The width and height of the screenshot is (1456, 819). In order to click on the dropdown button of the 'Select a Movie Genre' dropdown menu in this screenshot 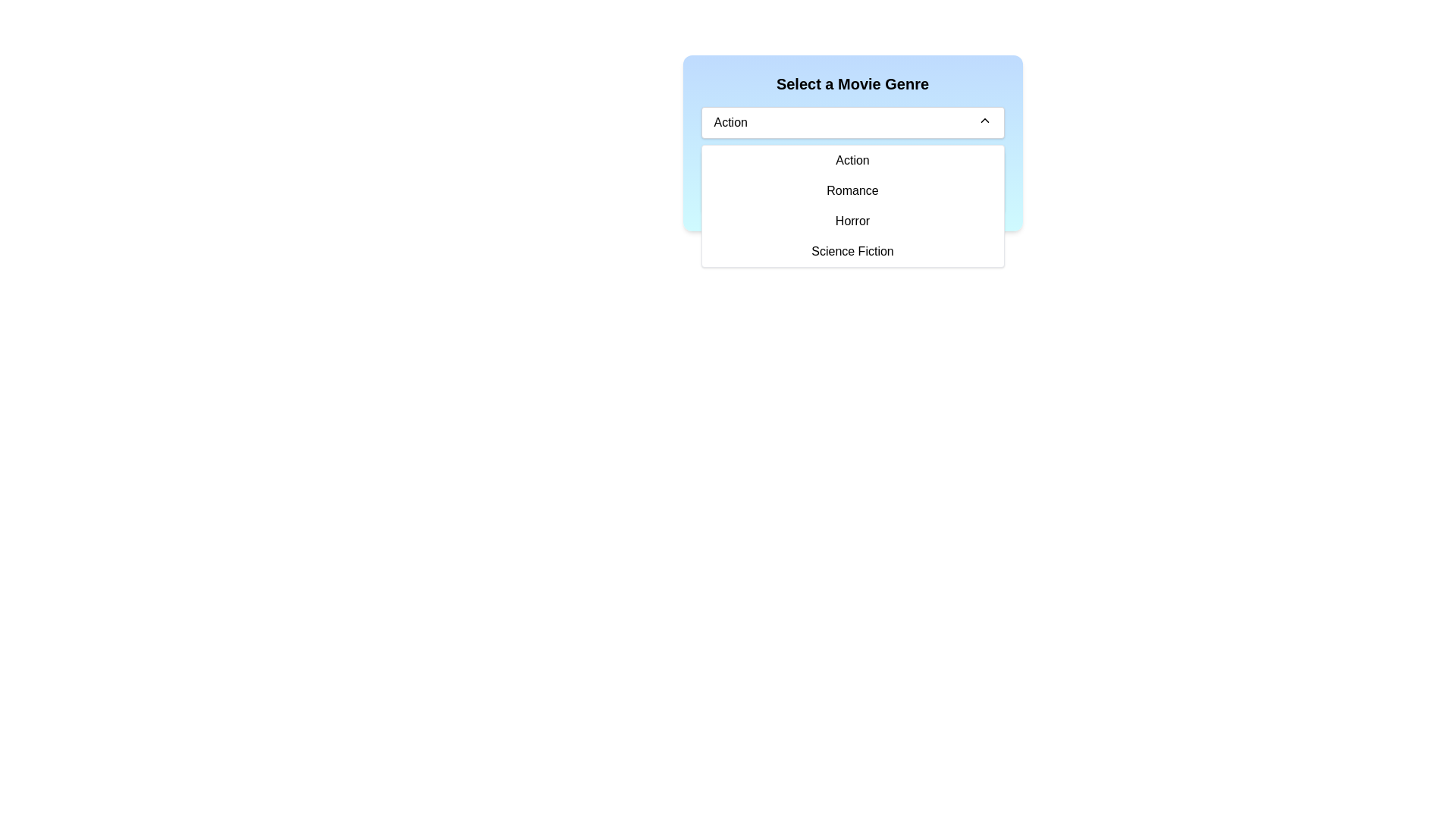, I will do `click(852, 143)`.